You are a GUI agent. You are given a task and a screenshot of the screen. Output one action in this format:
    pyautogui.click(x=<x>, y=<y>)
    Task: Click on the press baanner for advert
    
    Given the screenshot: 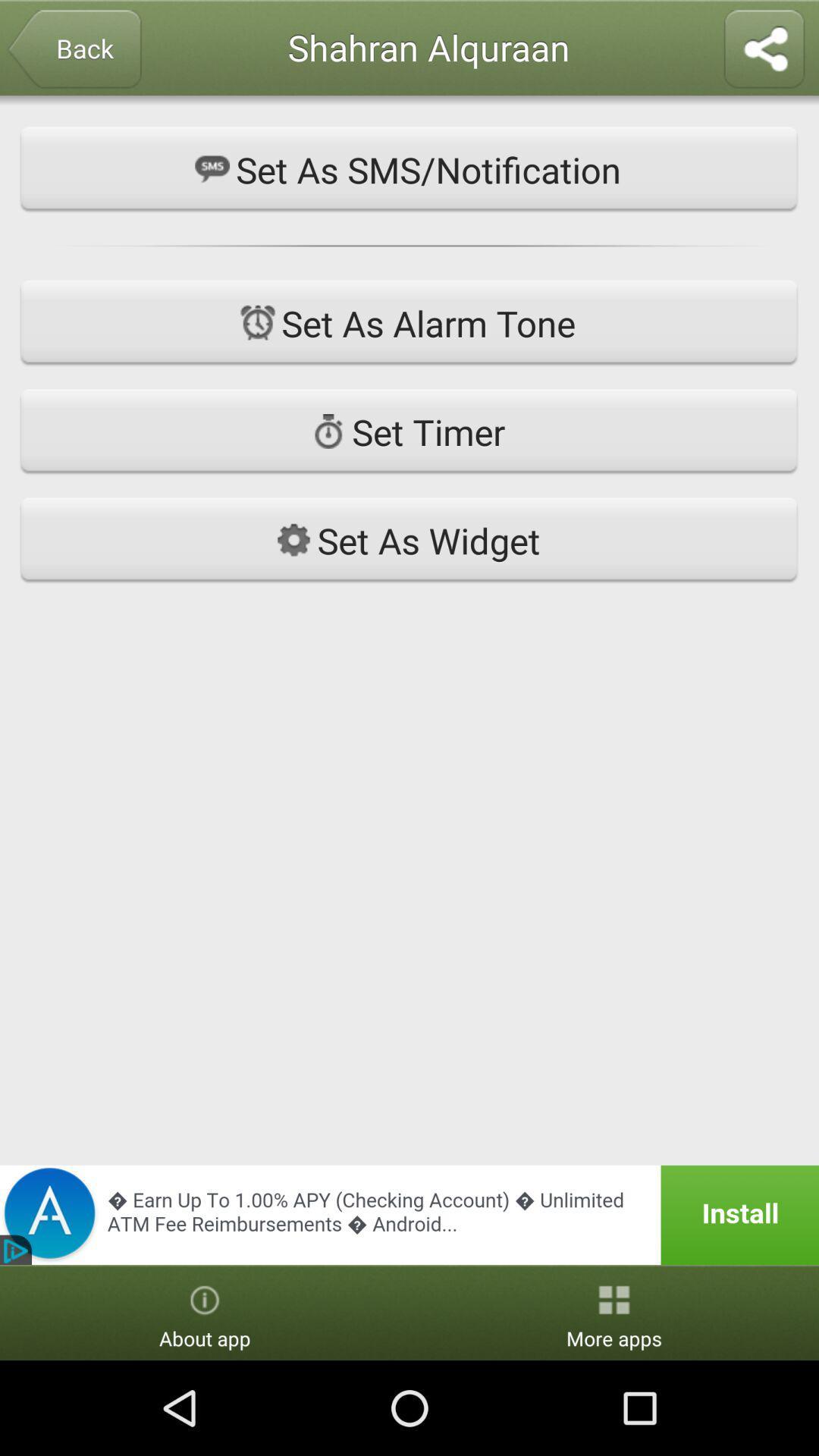 What is the action you would take?
    pyautogui.click(x=409, y=1215)
    